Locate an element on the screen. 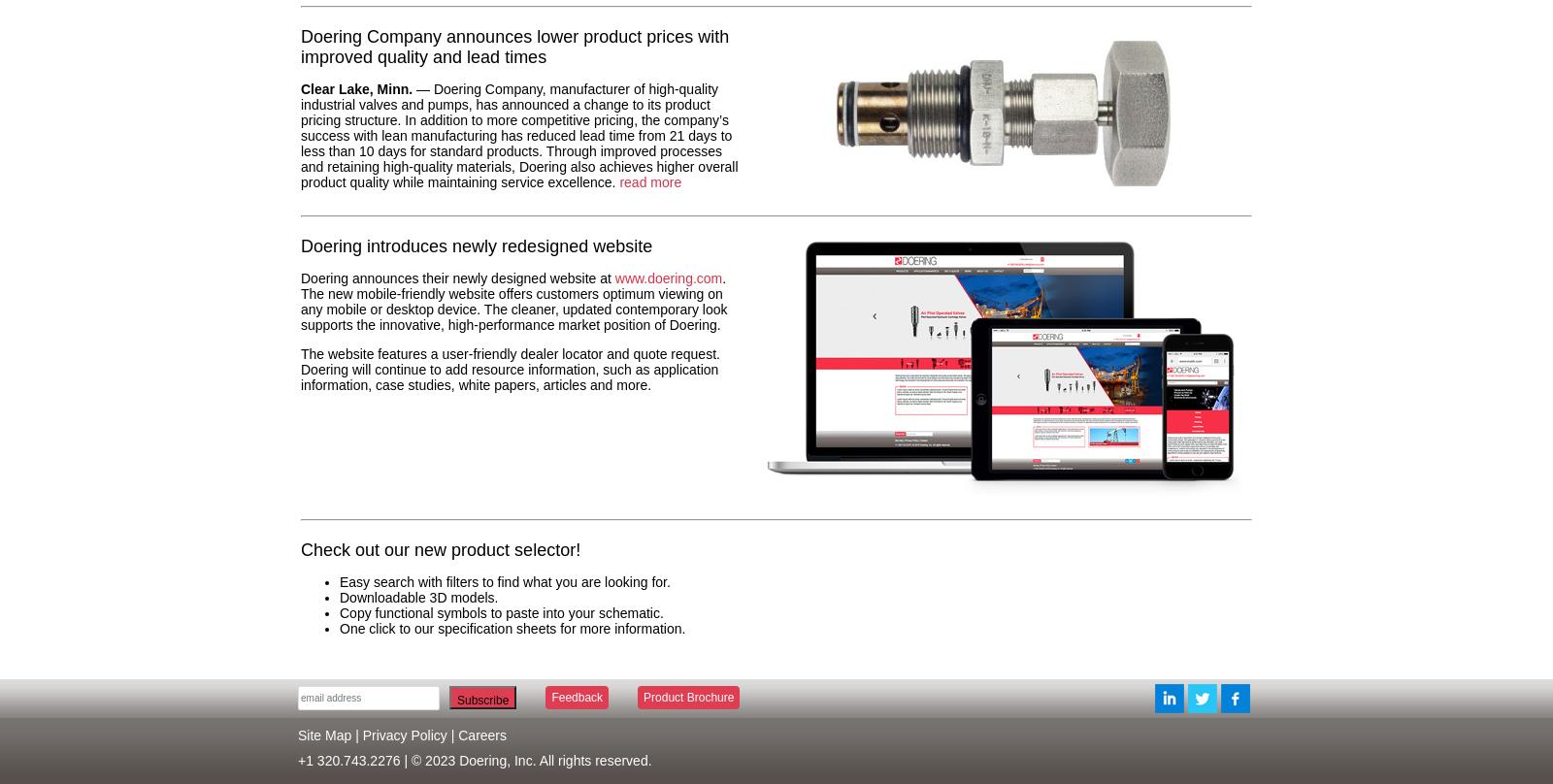 The width and height of the screenshot is (1553, 784). '. The new mobile-friendly website offers customers optimum viewing on any mobile or desktop device. The cleaner, updated contemporary look supports the innovative, high-performance market position of Doering.' is located at coordinates (512, 300).